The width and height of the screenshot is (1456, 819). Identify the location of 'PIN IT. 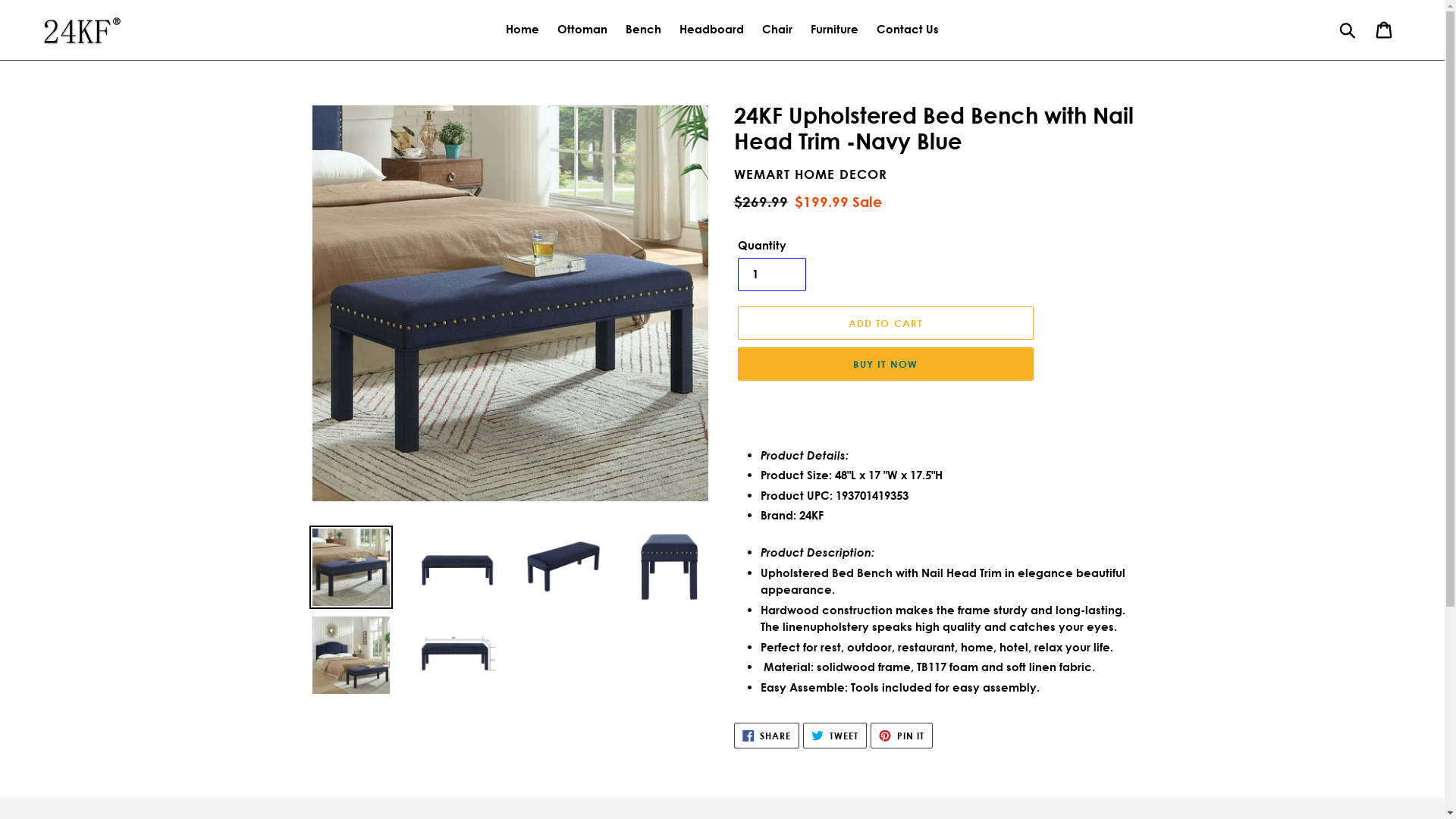
(902, 734).